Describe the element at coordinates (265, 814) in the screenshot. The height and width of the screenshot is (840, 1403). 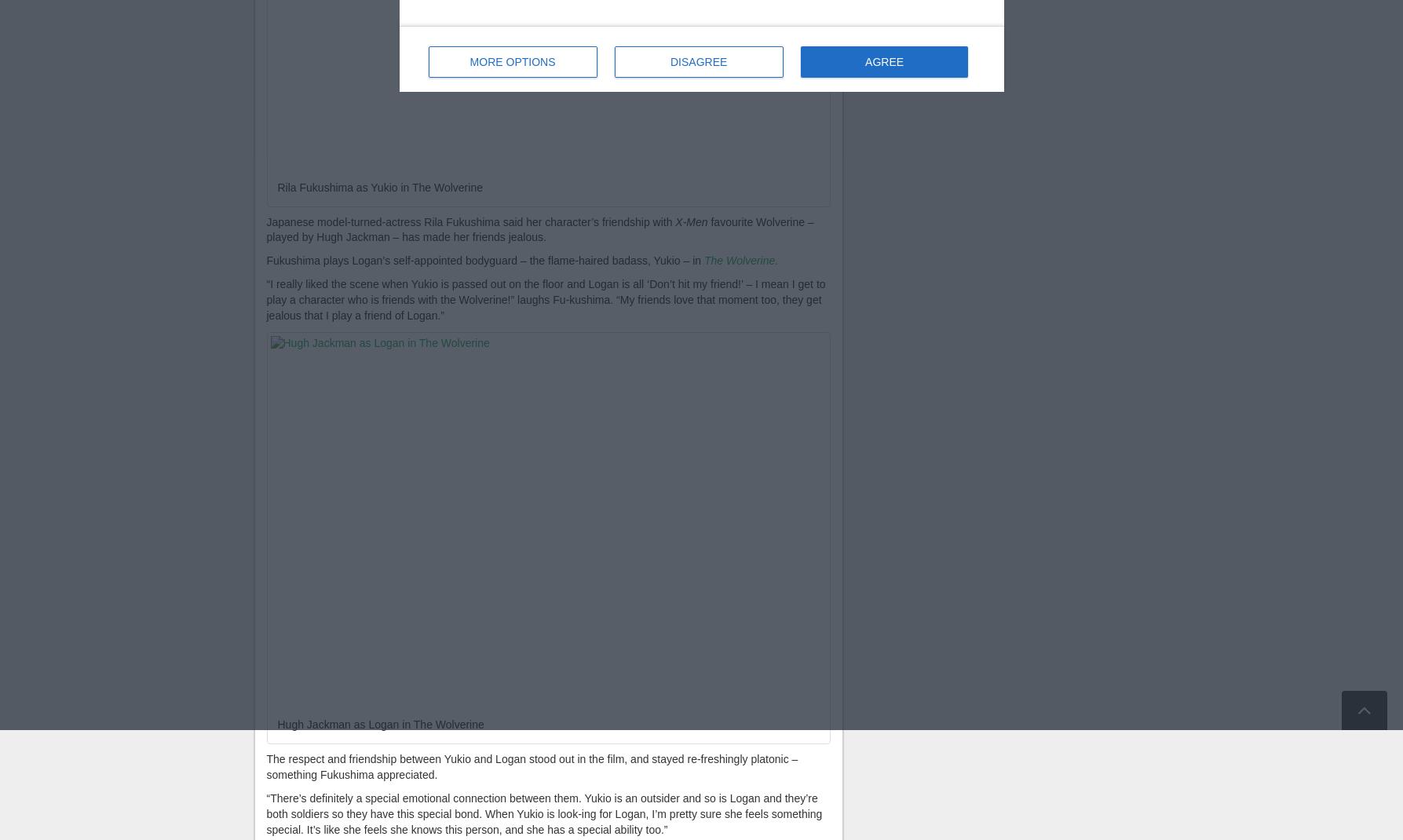
I see `'“There’s definitely a special emotional connection between them. Yukio is an outsider and so is Logan and they’re both soldiers so they have this special bond. When Yukio is look-ing for Logan, I’m pretty sure she feels something special. It’s like she feels she knows this person, and she has a special ability too.”'` at that location.